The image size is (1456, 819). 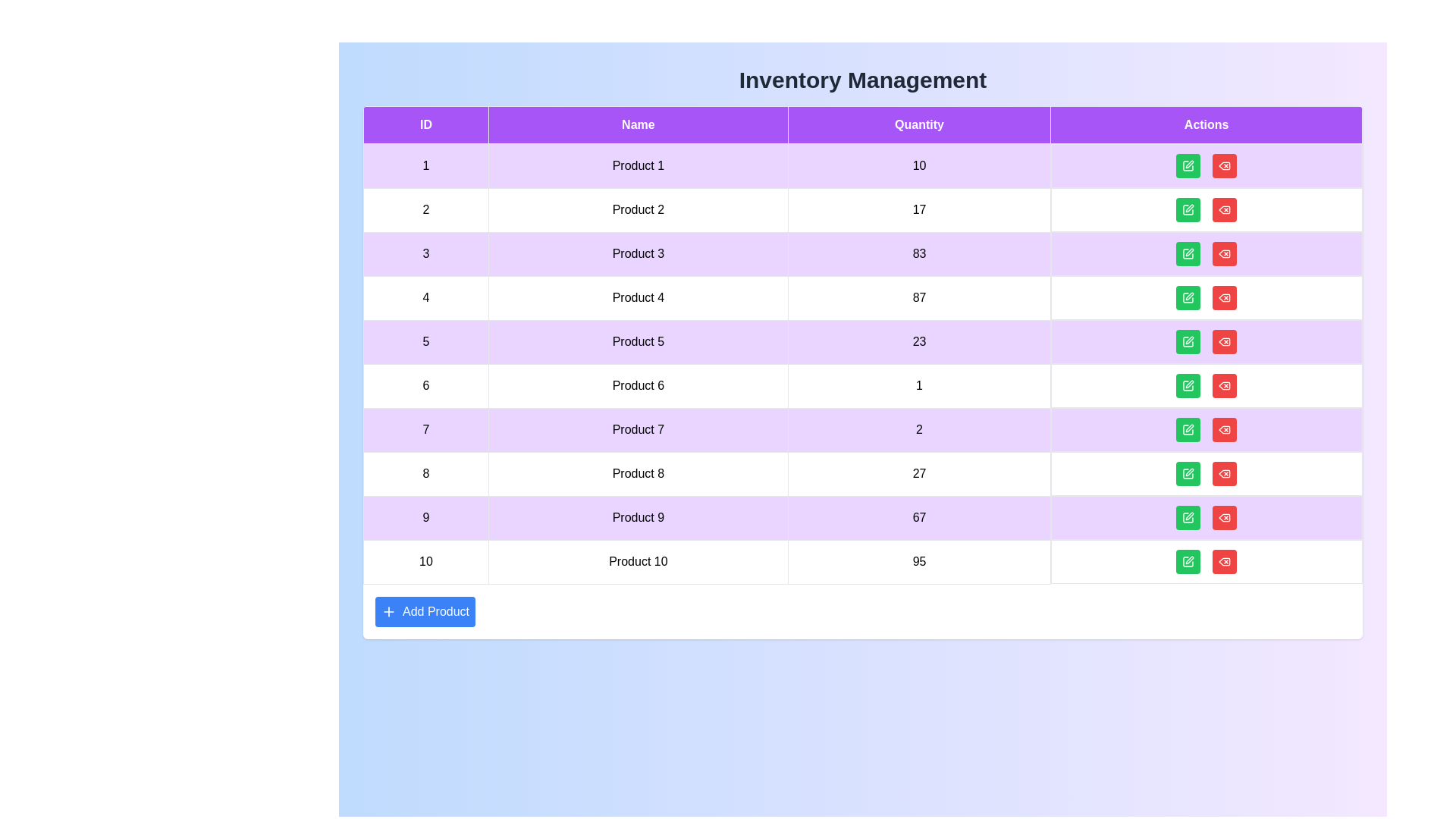 What do you see at coordinates (1188, 166) in the screenshot?
I see `the green edit button for the product` at bounding box center [1188, 166].